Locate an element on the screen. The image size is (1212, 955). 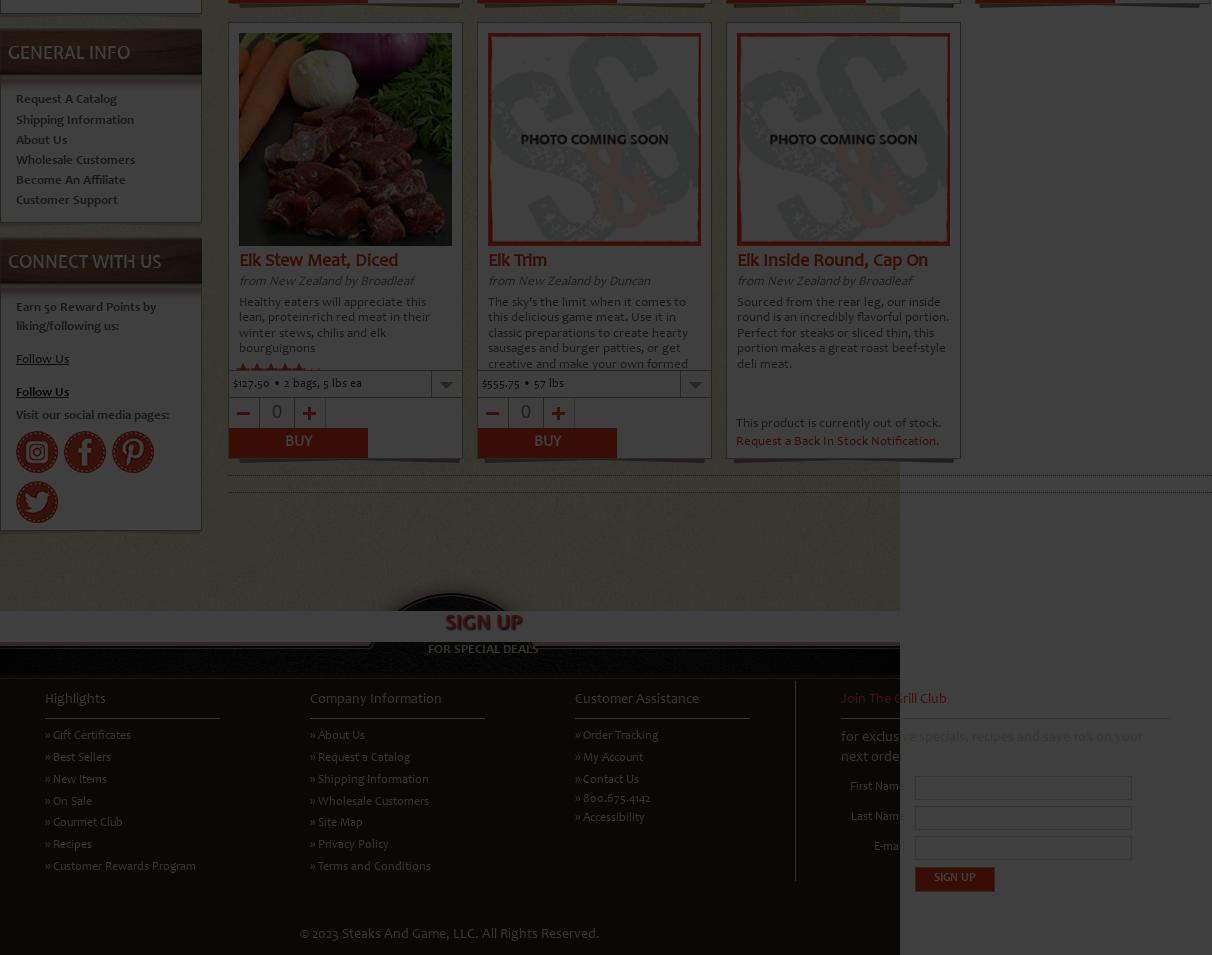
'» Contact Us' is located at coordinates (606, 777).